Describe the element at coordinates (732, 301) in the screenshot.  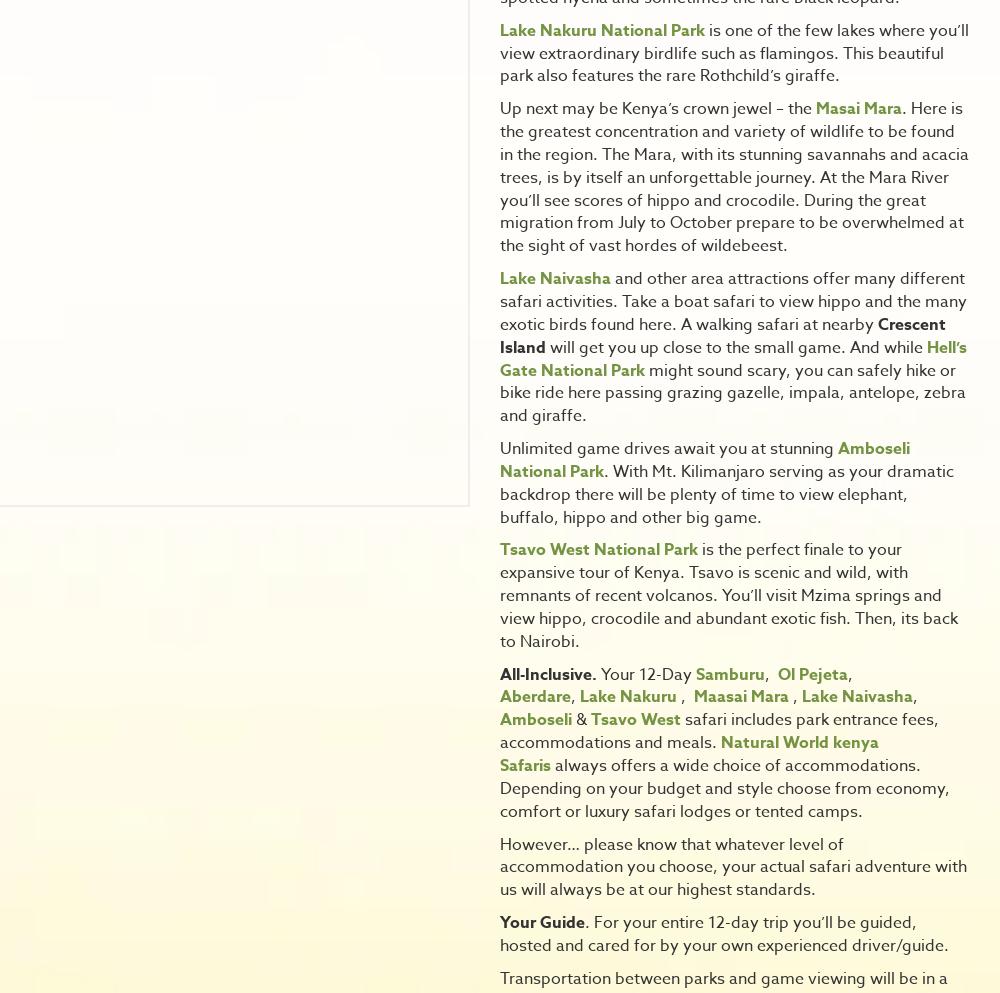
I see `'and other area attractions offer many different safari activities. Take a boat safari to view hippo and the many exotic birds found here. A walking safari at nearby'` at that location.